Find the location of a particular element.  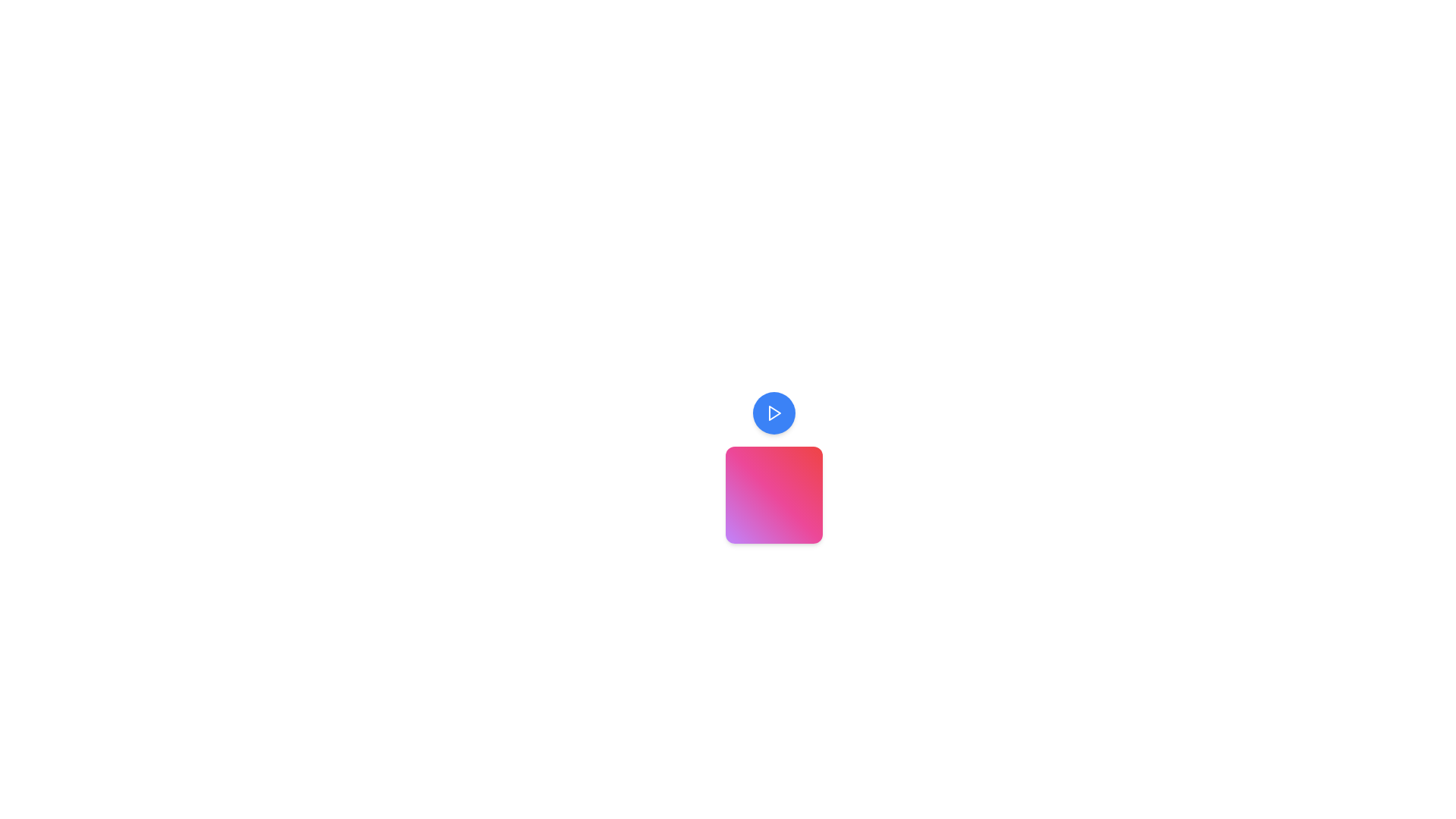

the triangular play icon contained within the circular blue button is located at coordinates (774, 413).